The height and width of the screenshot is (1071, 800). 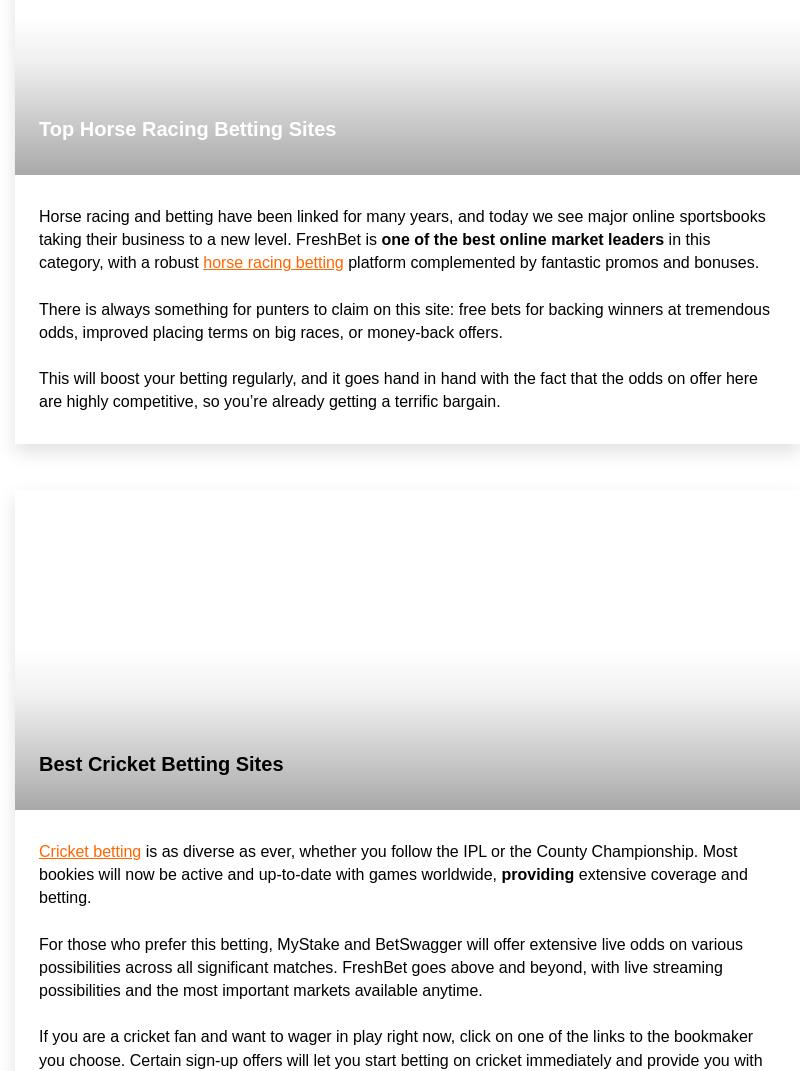 What do you see at coordinates (397, 389) in the screenshot?
I see `'This will boost your betting regularly, and it goes hand in hand with the fact that the odds on offer here are highly competitive, so you’re already getting a terrific bargain.'` at bounding box center [397, 389].